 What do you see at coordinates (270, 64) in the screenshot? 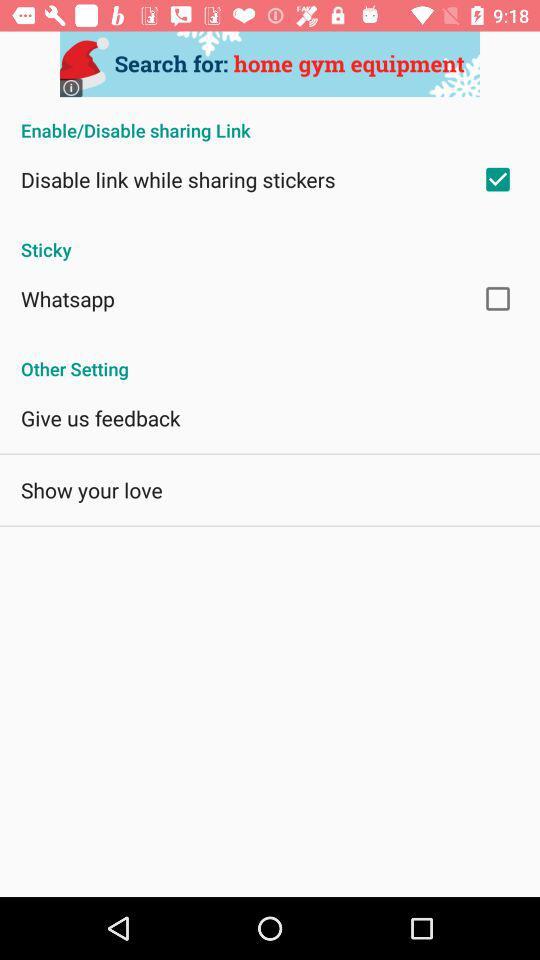
I see `item above the enable disable sharing app` at bounding box center [270, 64].